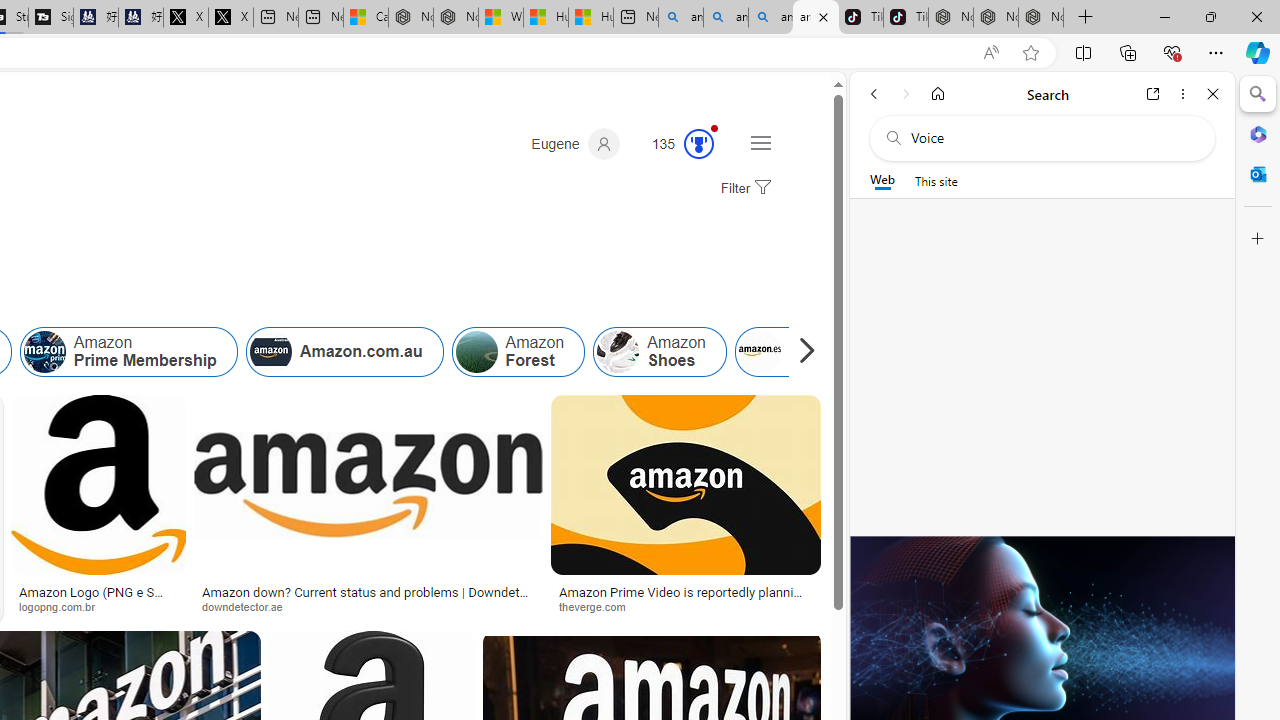 This screenshot has height=720, width=1280. Describe the element at coordinates (937, 93) in the screenshot. I see `'Home'` at that location.